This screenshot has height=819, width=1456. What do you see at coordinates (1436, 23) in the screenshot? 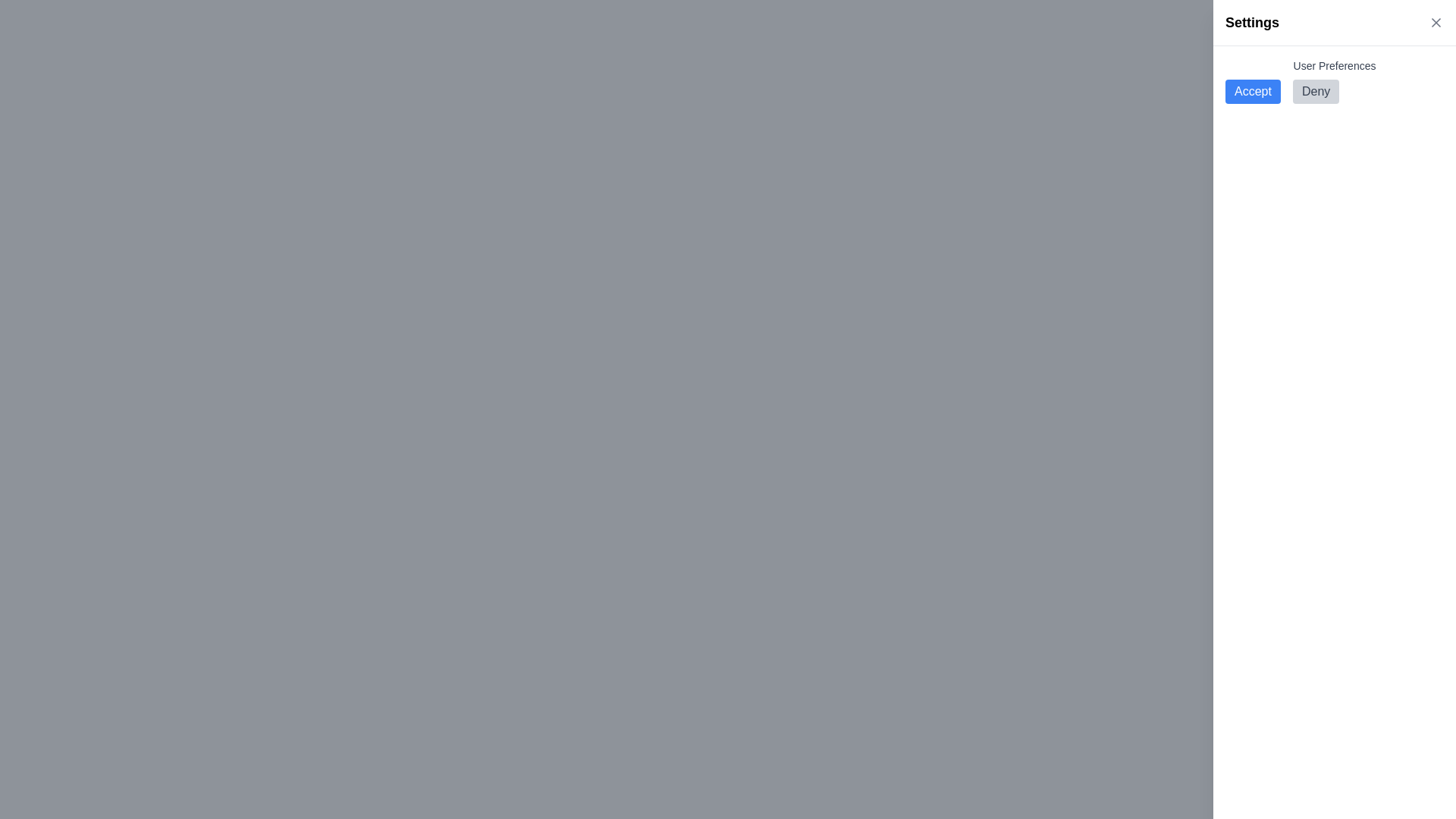
I see `the close button located at the far right of the 'Settings' header section` at bounding box center [1436, 23].